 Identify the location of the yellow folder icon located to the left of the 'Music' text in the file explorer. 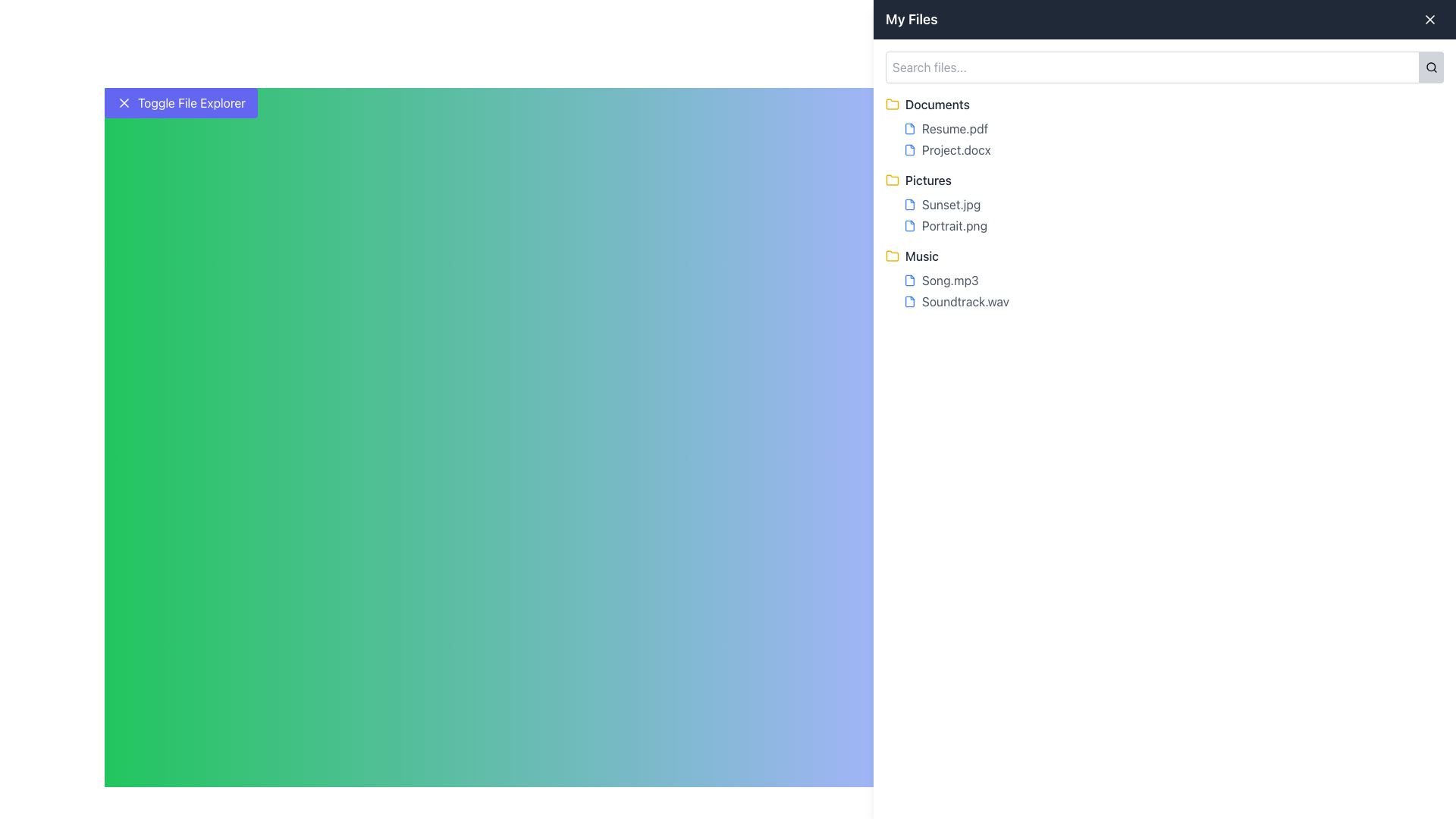
(892, 254).